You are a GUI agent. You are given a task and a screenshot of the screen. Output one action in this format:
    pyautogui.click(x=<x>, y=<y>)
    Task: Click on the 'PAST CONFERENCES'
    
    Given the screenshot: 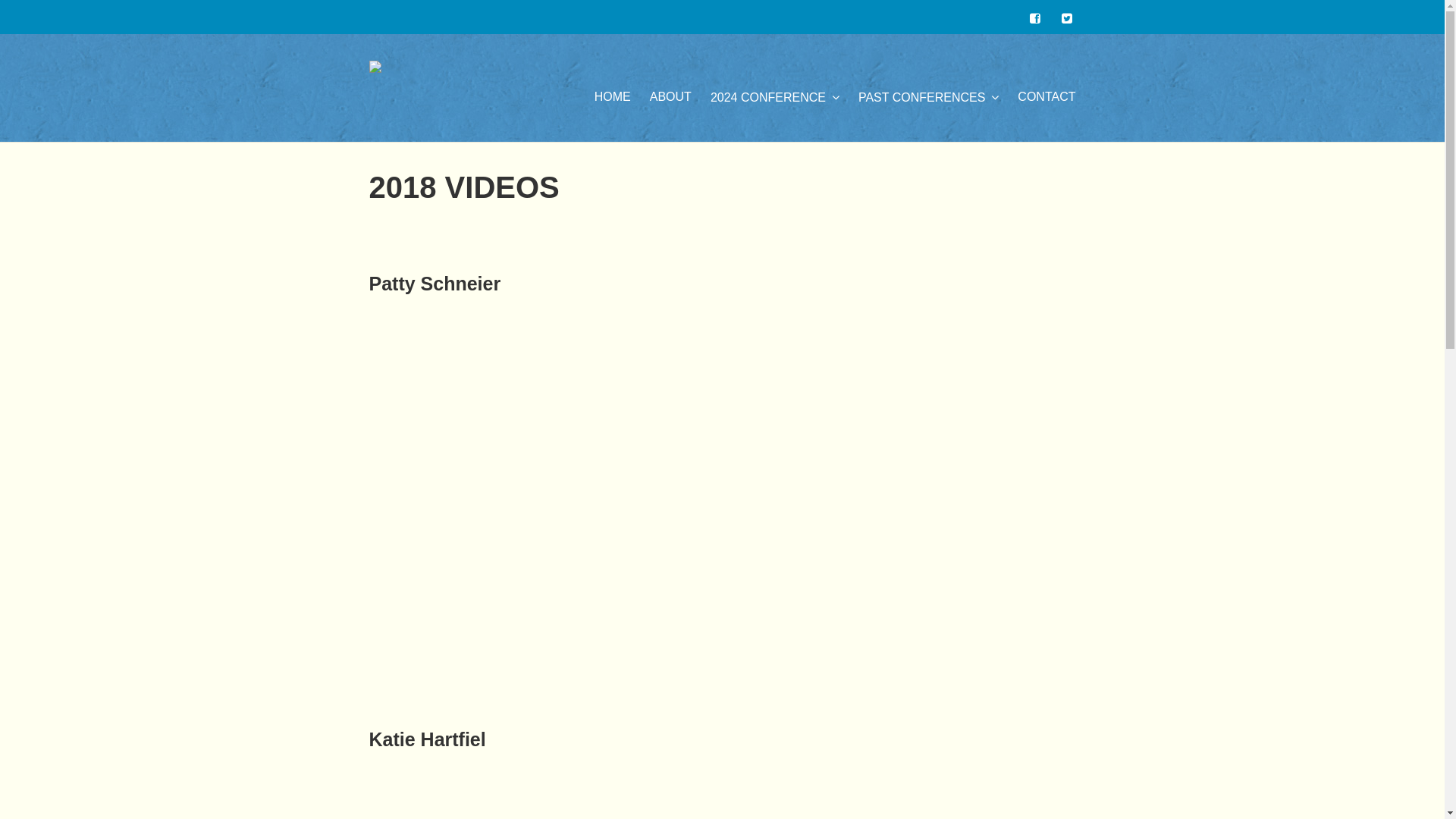 What is the action you would take?
    pyautogui.click(x=927, y=113)
    